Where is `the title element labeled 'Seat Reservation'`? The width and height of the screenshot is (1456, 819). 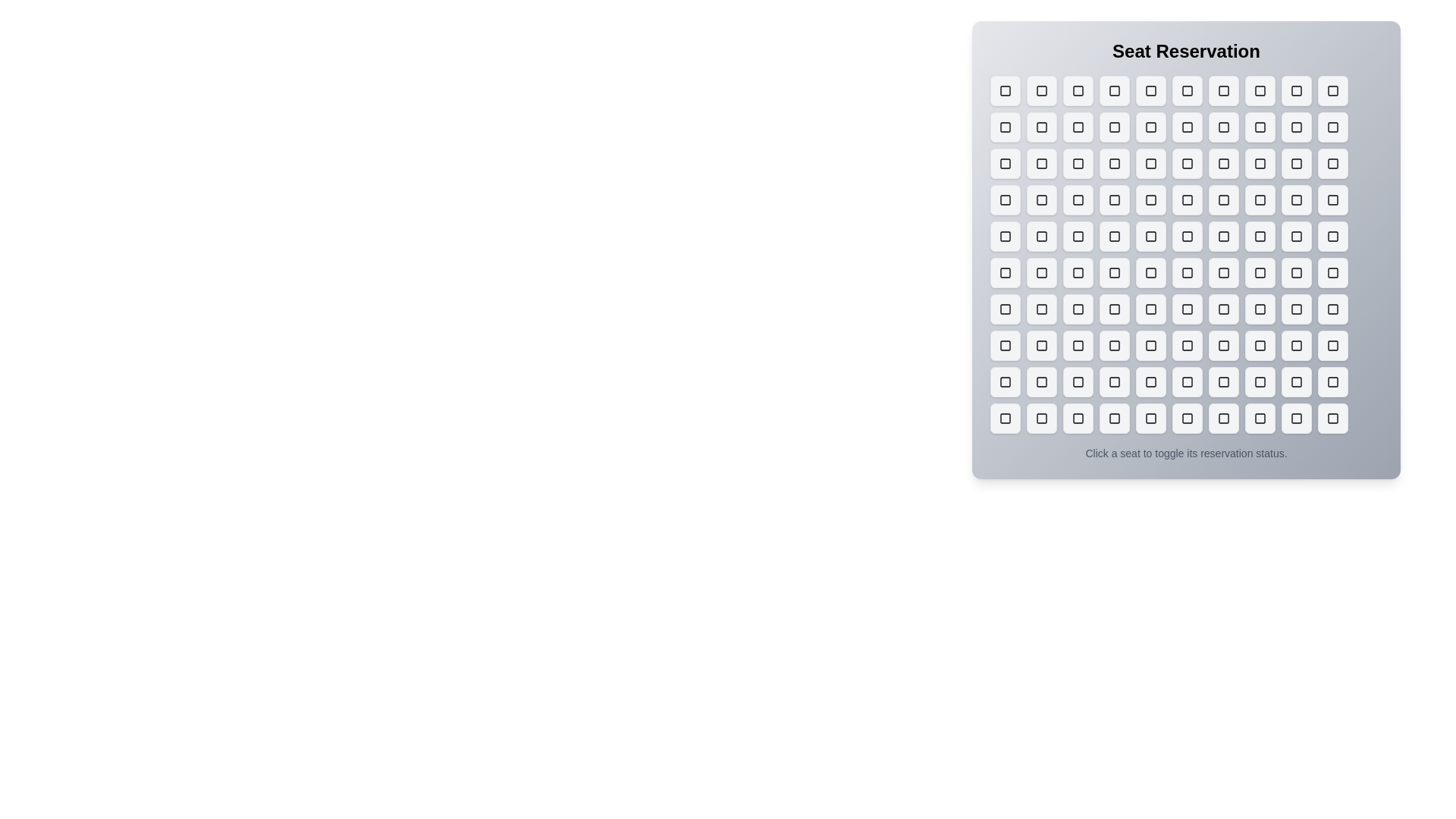 the title element labeled 'Seat Reservation' is located at coordinates (1185, 51).